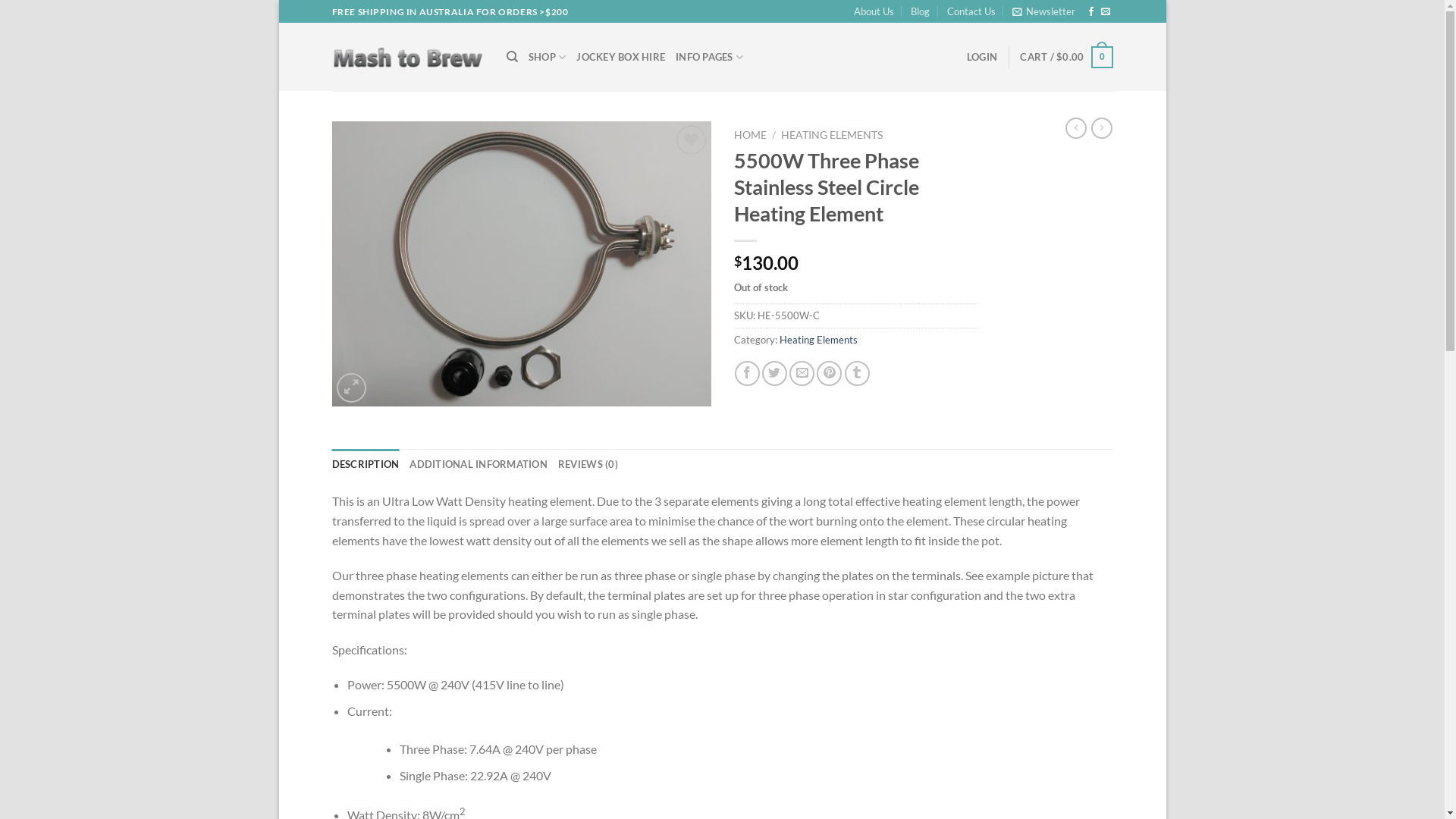  What do you see at coordinates (982, 55) in the screenshot?
I see `'LOGIN'` at bounding box center [982, 55].